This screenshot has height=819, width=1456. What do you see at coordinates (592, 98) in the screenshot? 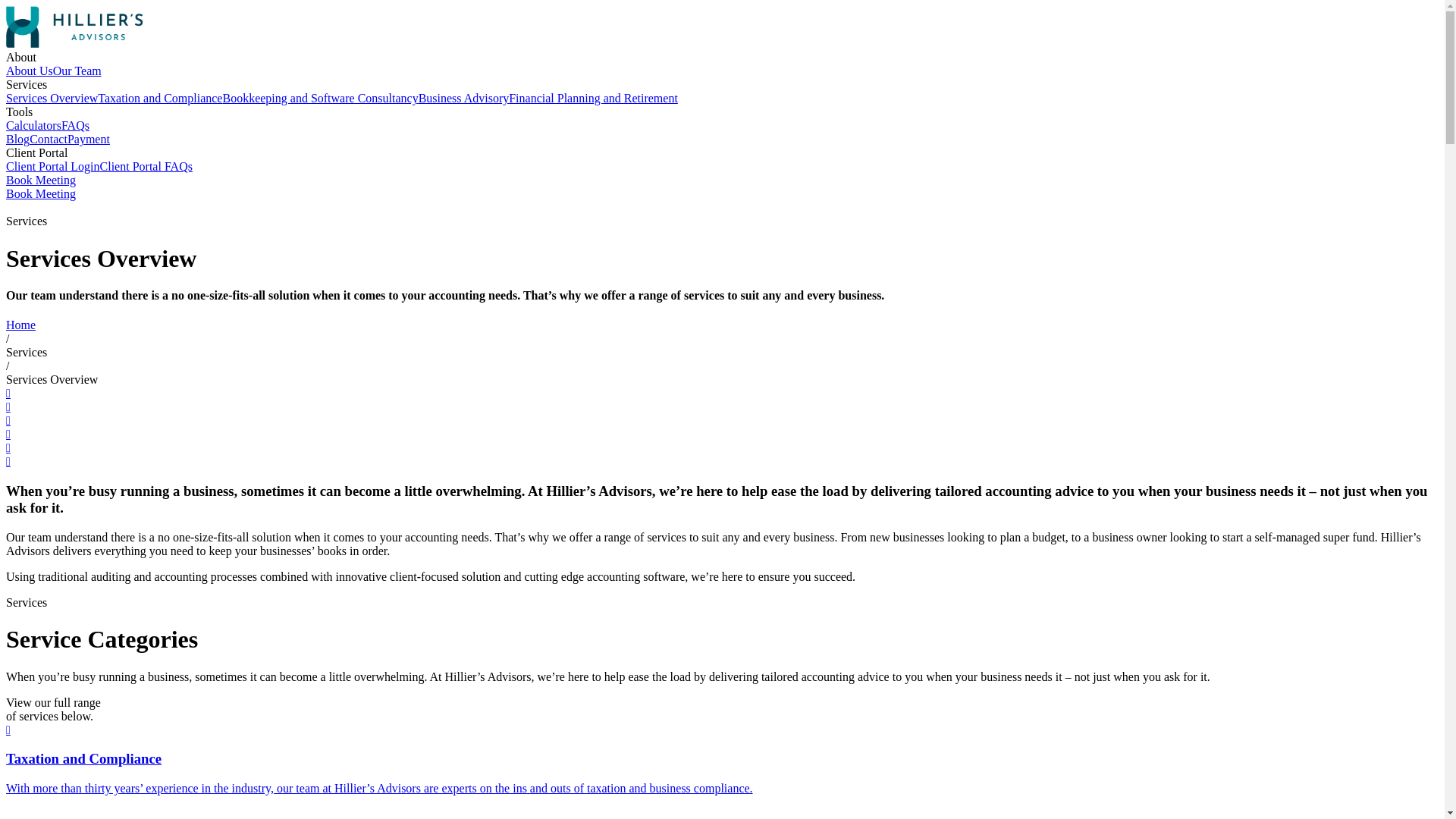
I see `'Financial Planning and Retirement'` at bounding box center [592, 98].